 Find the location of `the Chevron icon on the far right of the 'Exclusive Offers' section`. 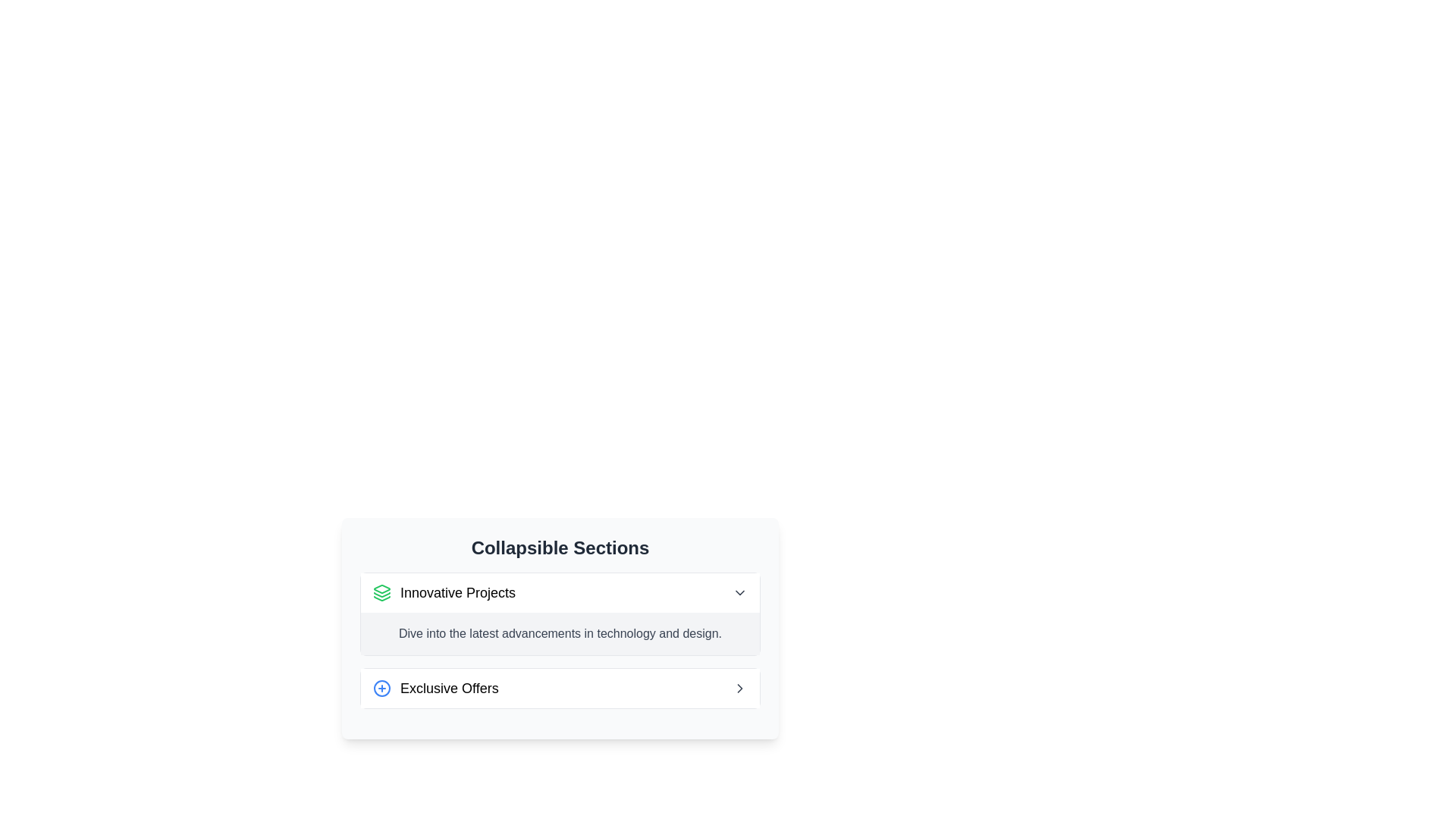

the Chevron icon on the far right of the 'Exclusive Offers' section is located at coordinates (739, 688).